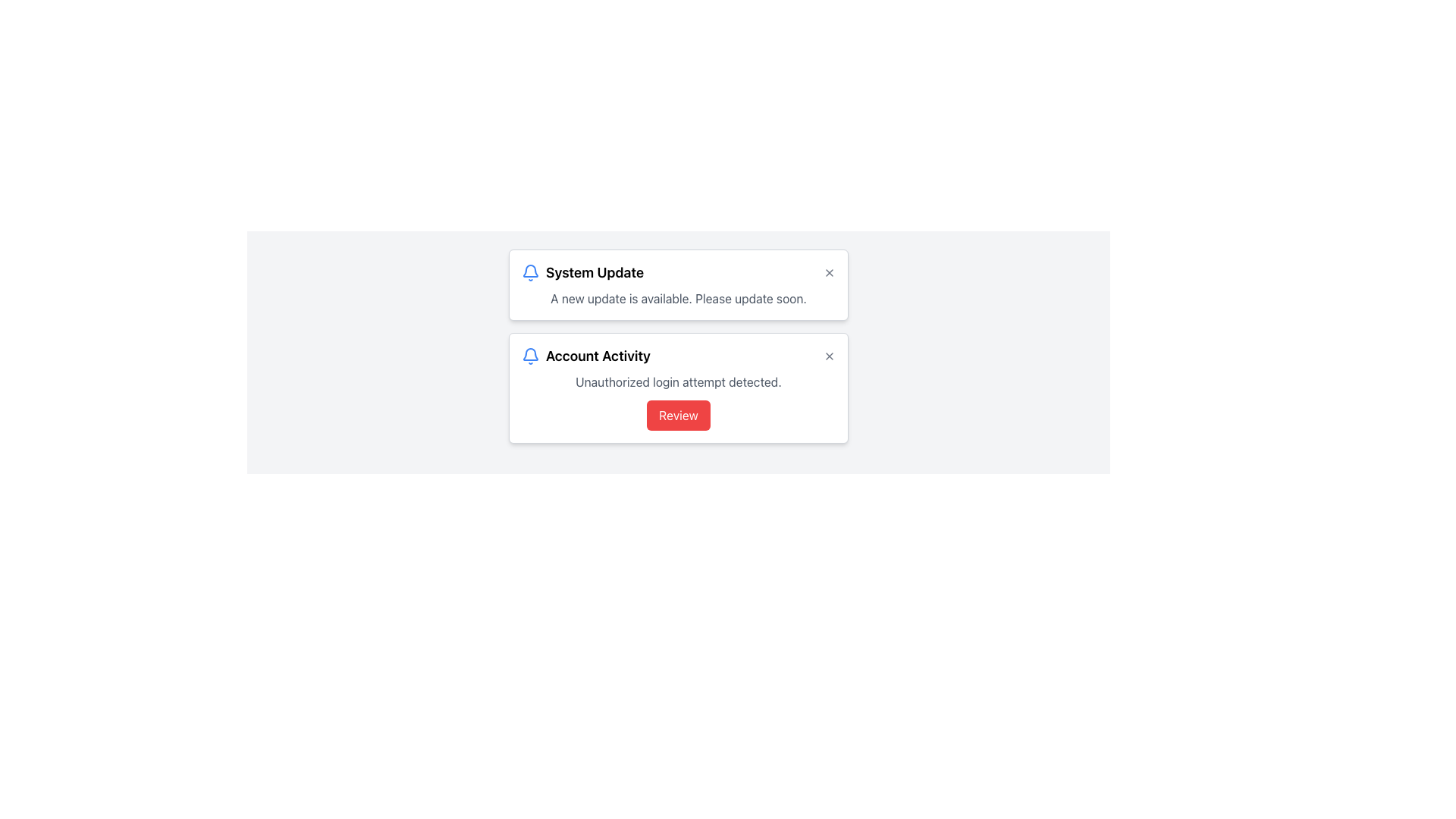 The image size is (1456, 819). Describe the element at coordinates (677, 415) in the screenshot. I see `the call-to-action button located at the bottom center of the 'Account Activity' notification card` at that location.